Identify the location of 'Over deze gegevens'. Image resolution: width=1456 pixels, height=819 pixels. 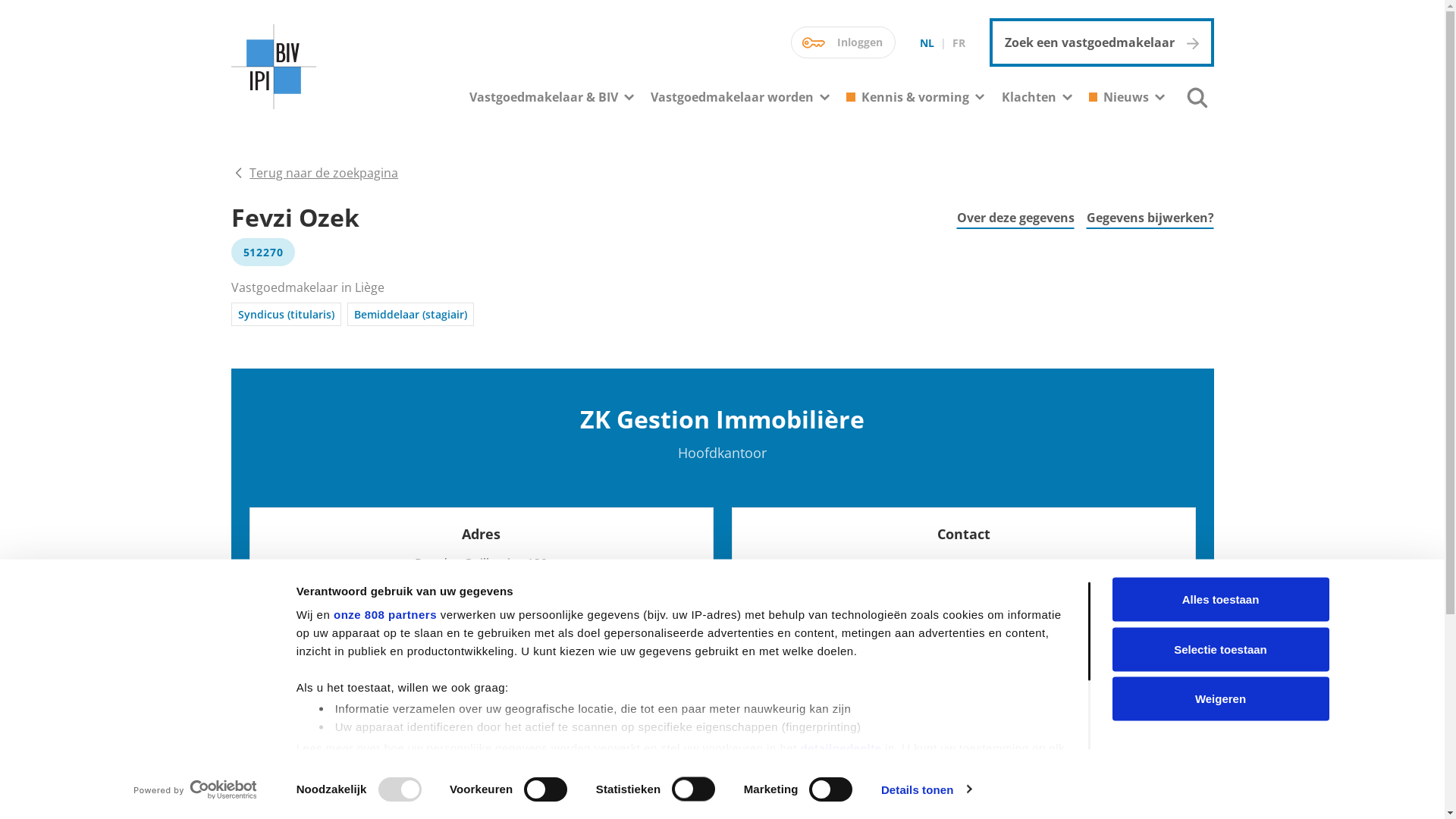
(1015, 218).